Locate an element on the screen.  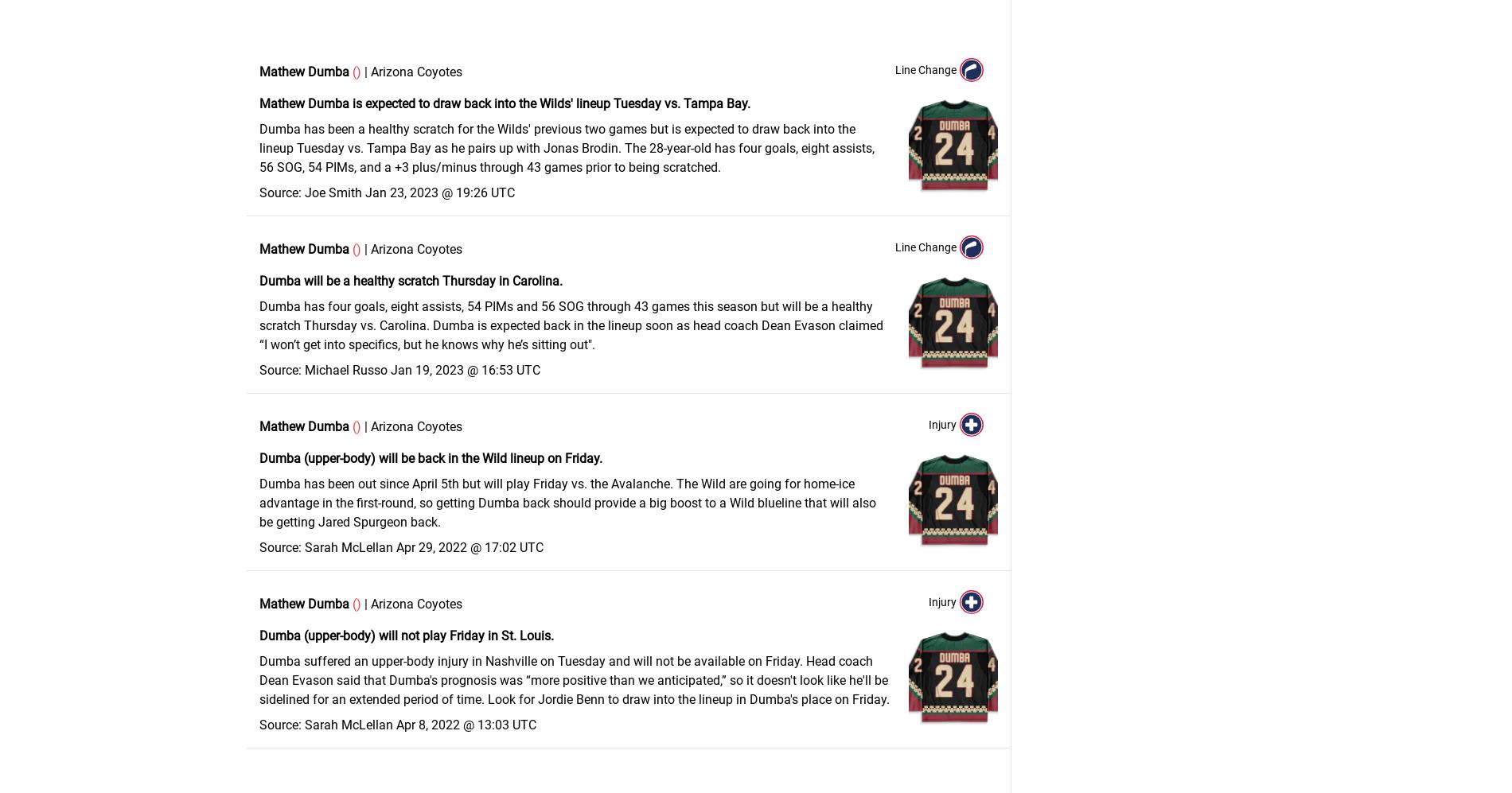
'Michael Russo' is located at coordinates (304, 370).